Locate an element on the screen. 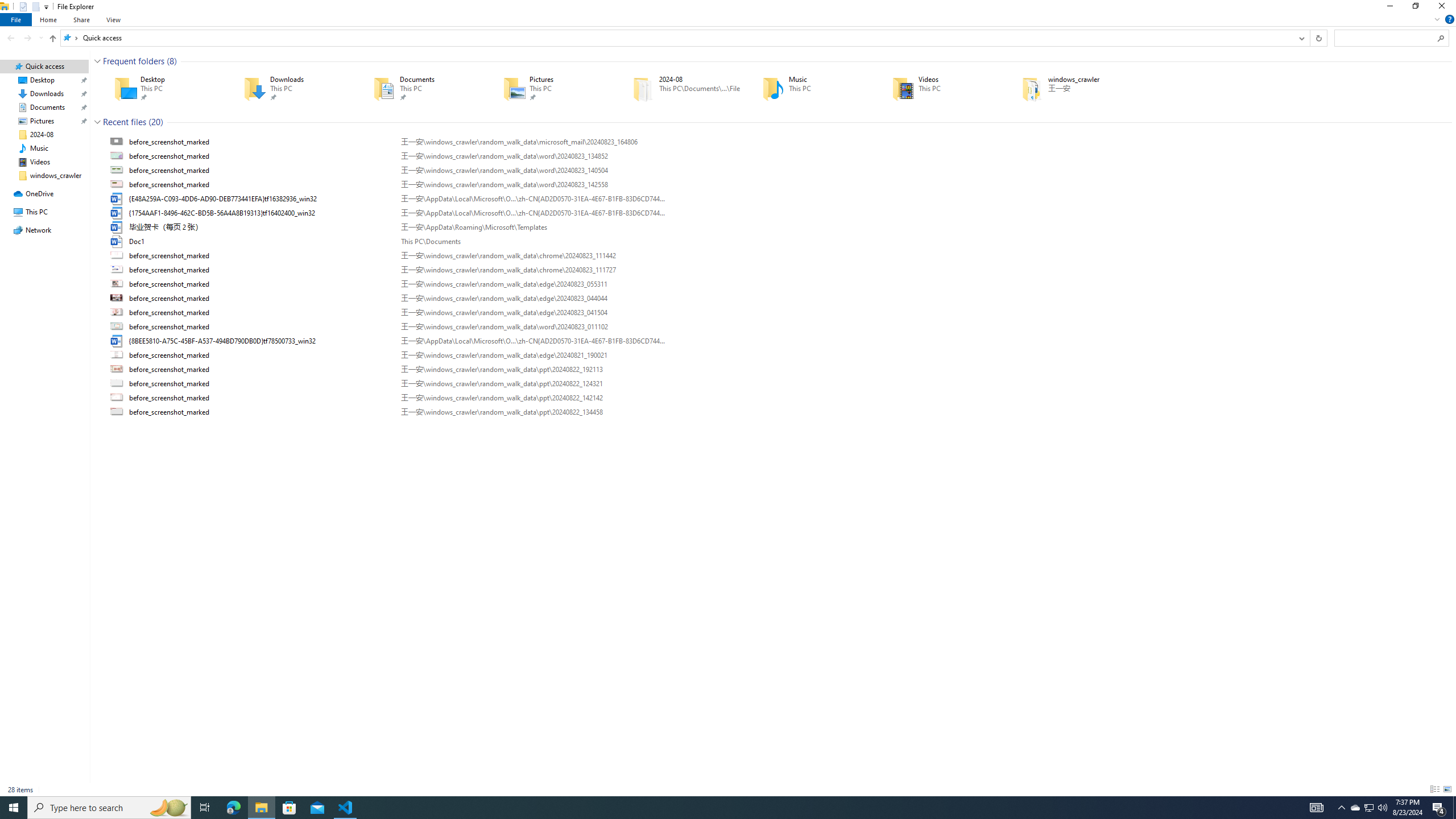 This screenshot has height=819, width=1456. 'Help' is located at coordinates (1449, 18).